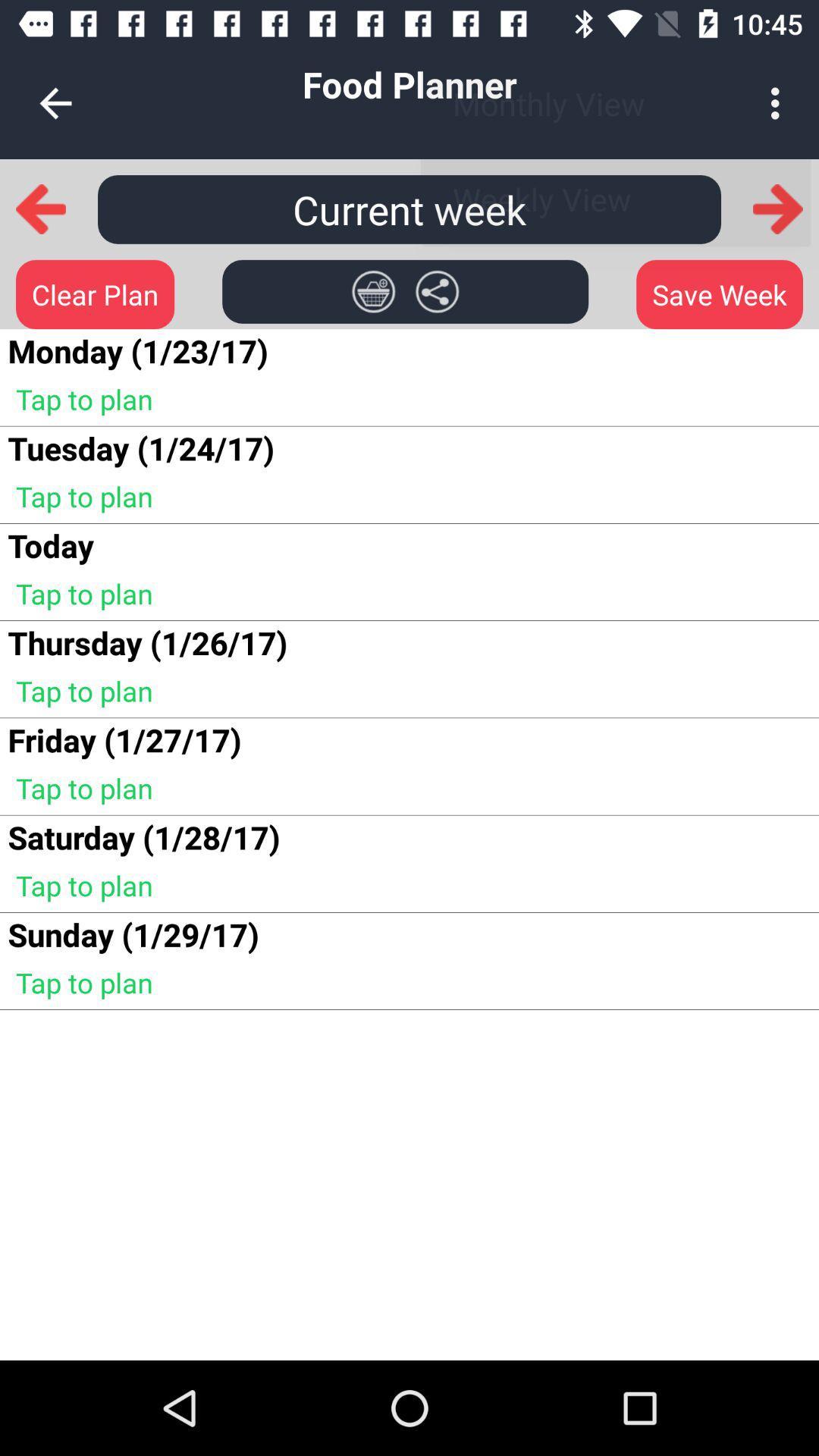 Image resolution: width=819 pixels, height=1456 pixels. Describe the element at coordinates (55, 102) in the screenshot. I see `icon to the left of food planner icon` at that location.